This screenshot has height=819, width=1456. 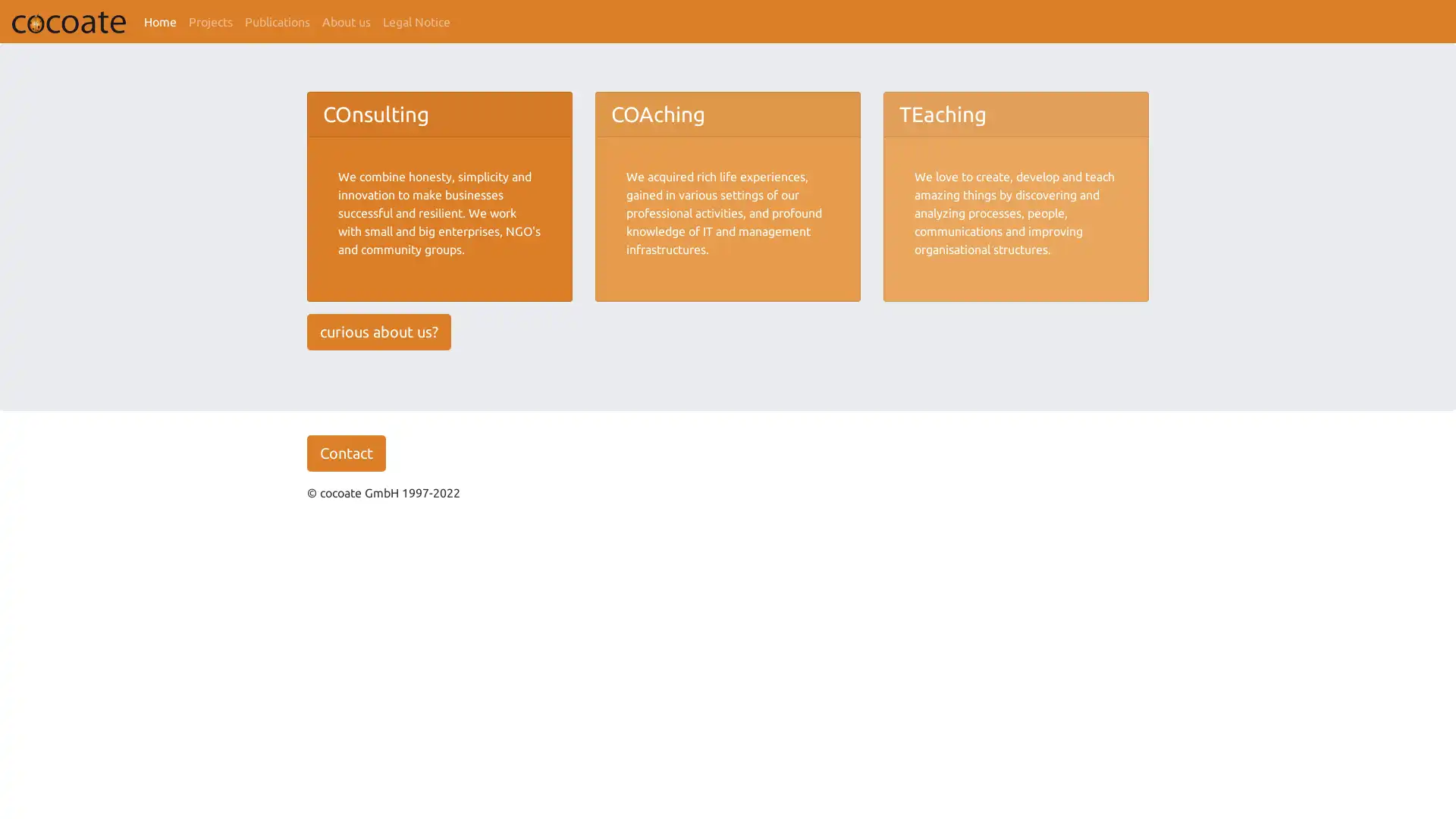 What do you see at coordinates (345, 452) in the screenshot?
I see `Contact` at bounding box center [345, 452].